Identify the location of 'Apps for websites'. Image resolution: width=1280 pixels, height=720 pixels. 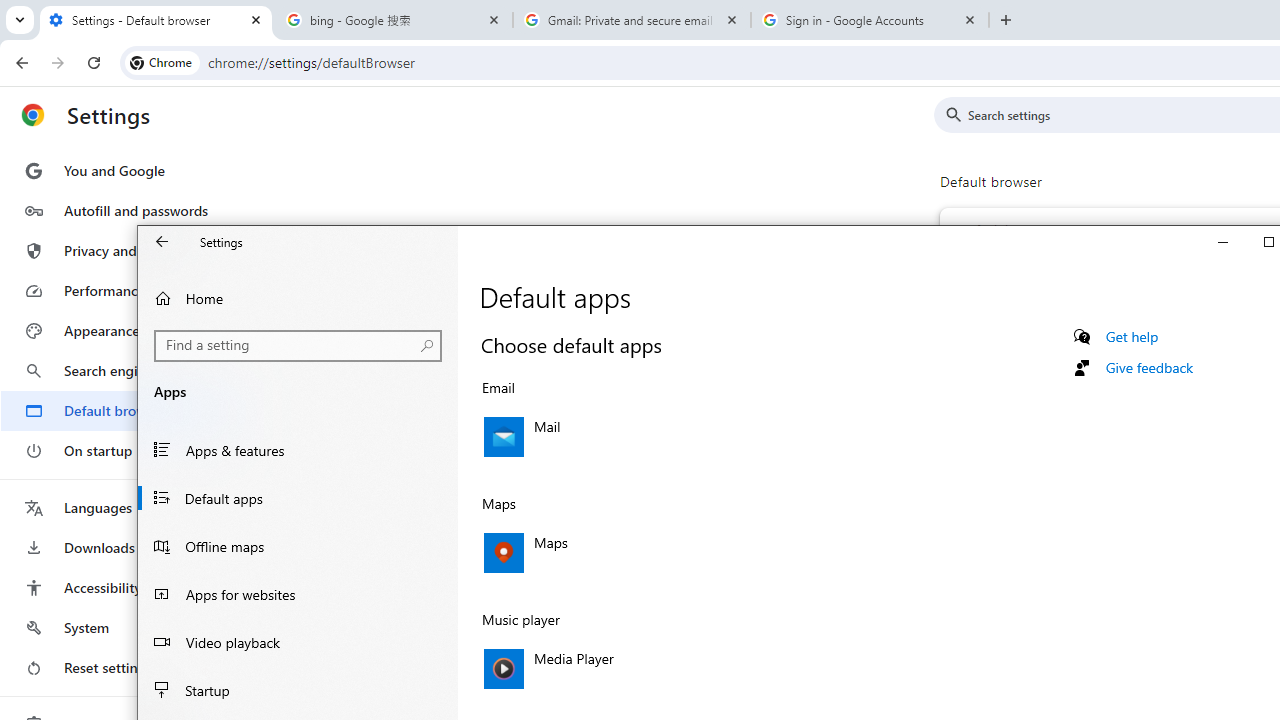
(297, 593).